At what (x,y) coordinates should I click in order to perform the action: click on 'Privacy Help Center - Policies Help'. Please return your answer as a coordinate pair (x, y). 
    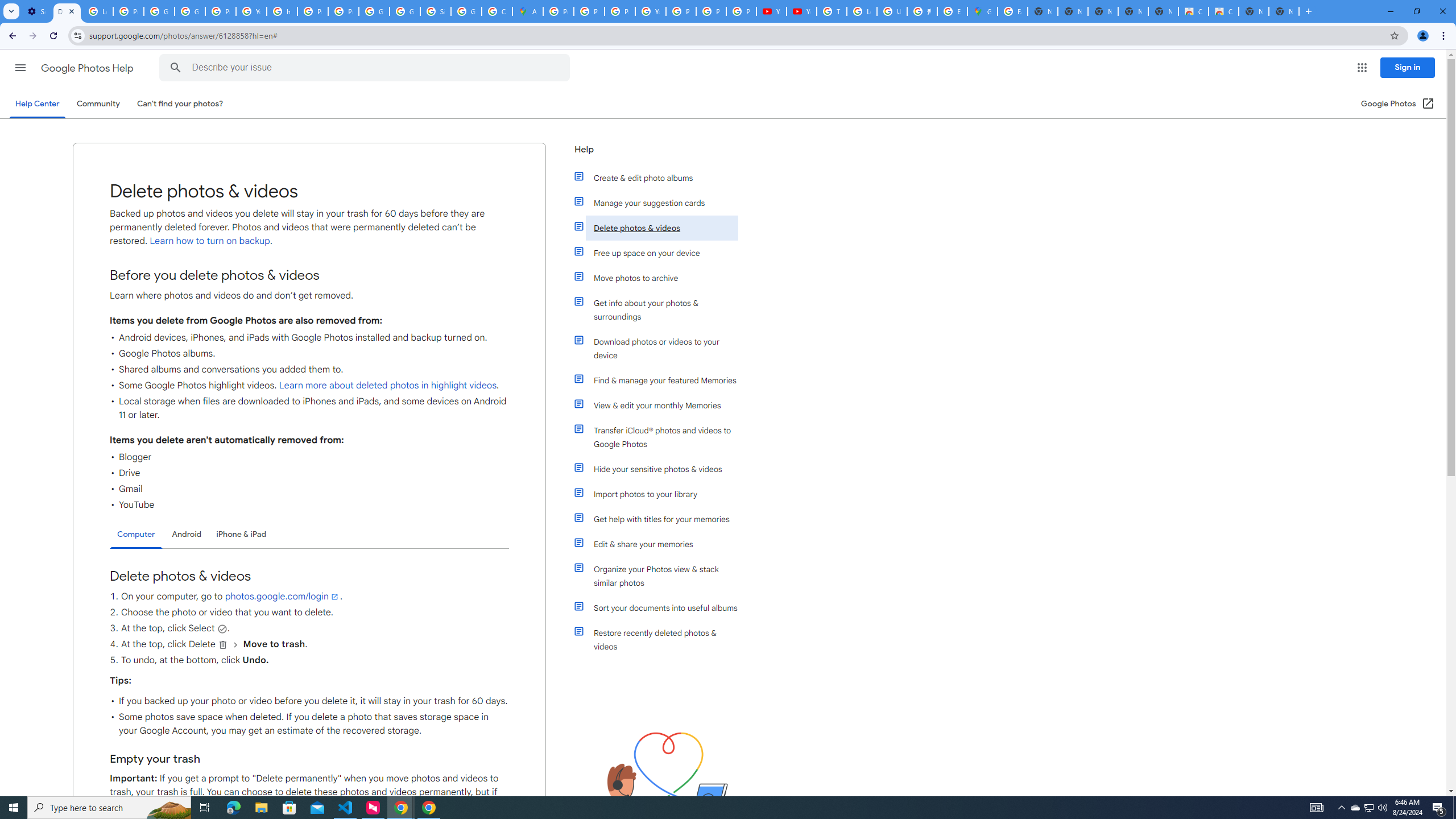
    Looking at the image, I should click on (619, 11).